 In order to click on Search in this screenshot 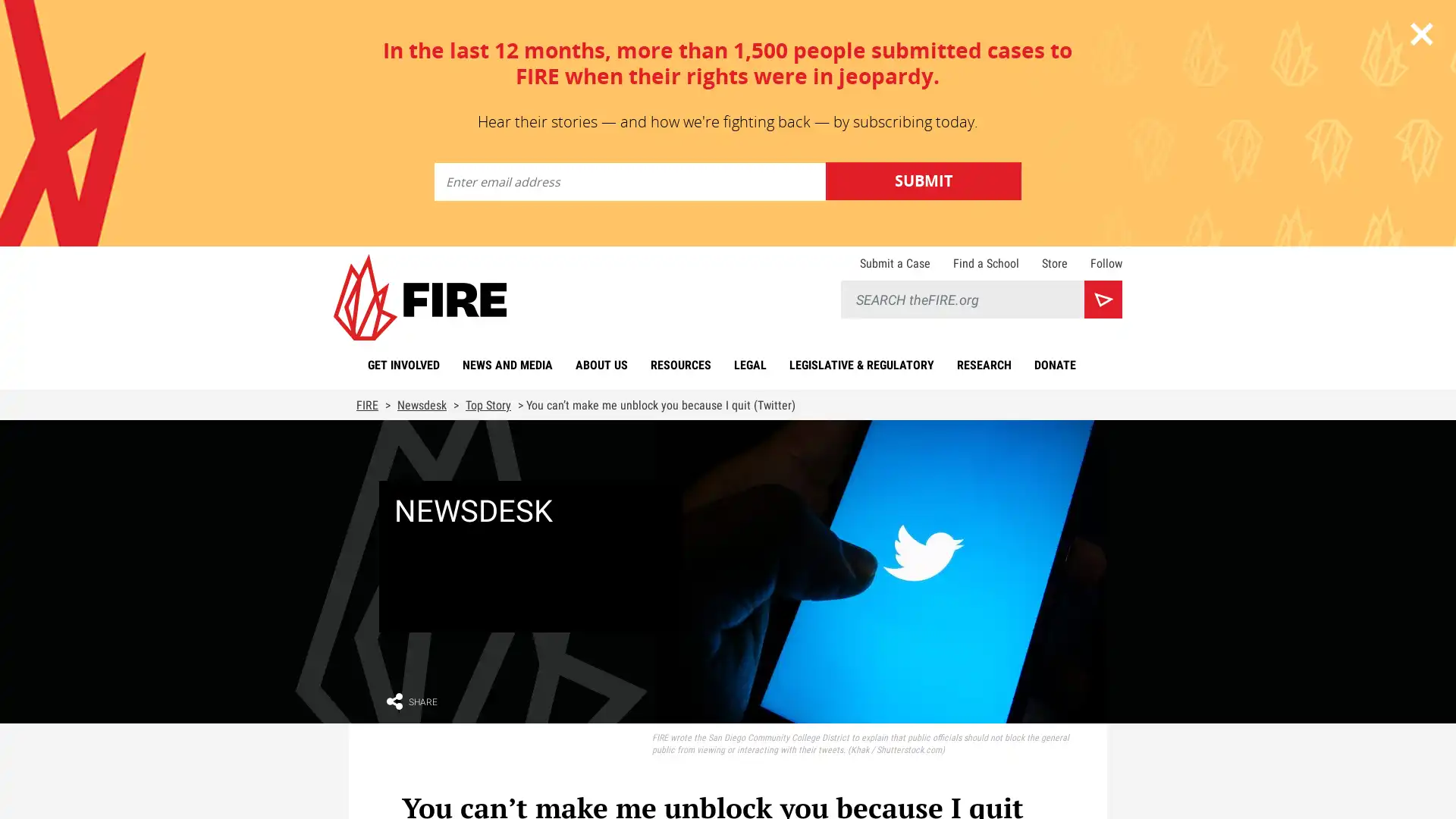, I will do `click(1103, 299)`.